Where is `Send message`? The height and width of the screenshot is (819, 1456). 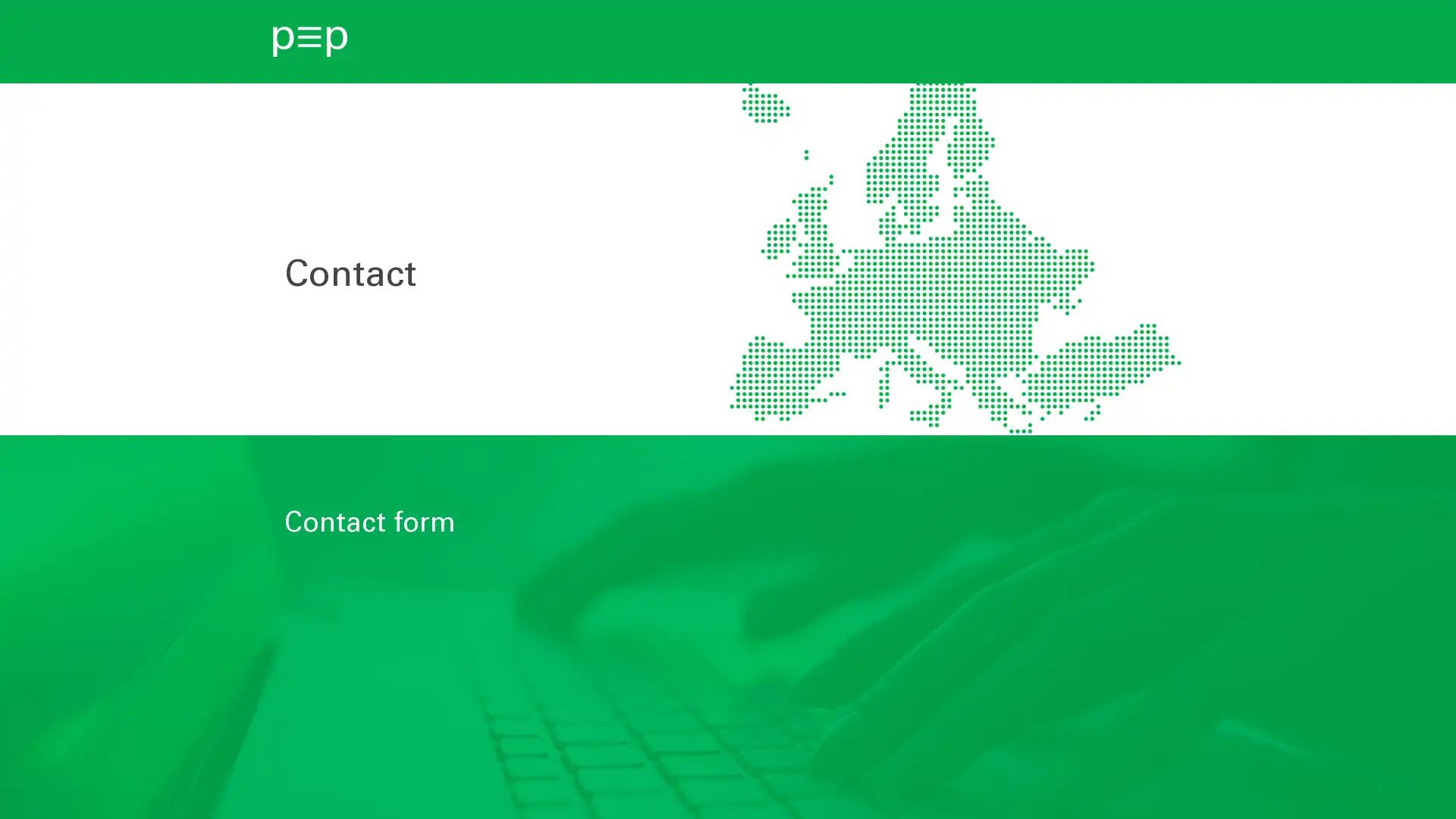 Send message is located at coordinates (350, 758).